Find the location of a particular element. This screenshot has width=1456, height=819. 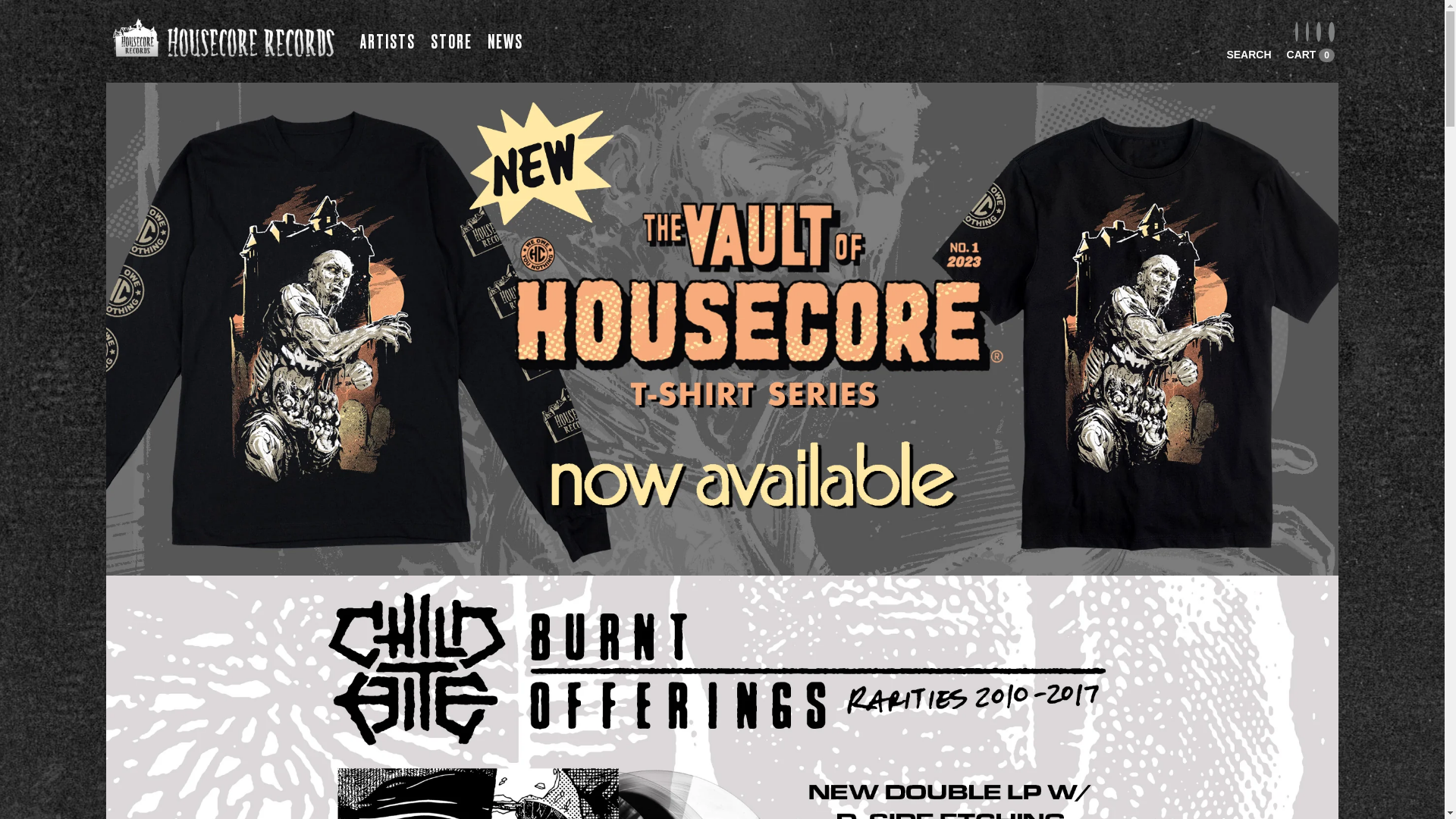

'ARTISTS' is located at coordinates (359, 42).